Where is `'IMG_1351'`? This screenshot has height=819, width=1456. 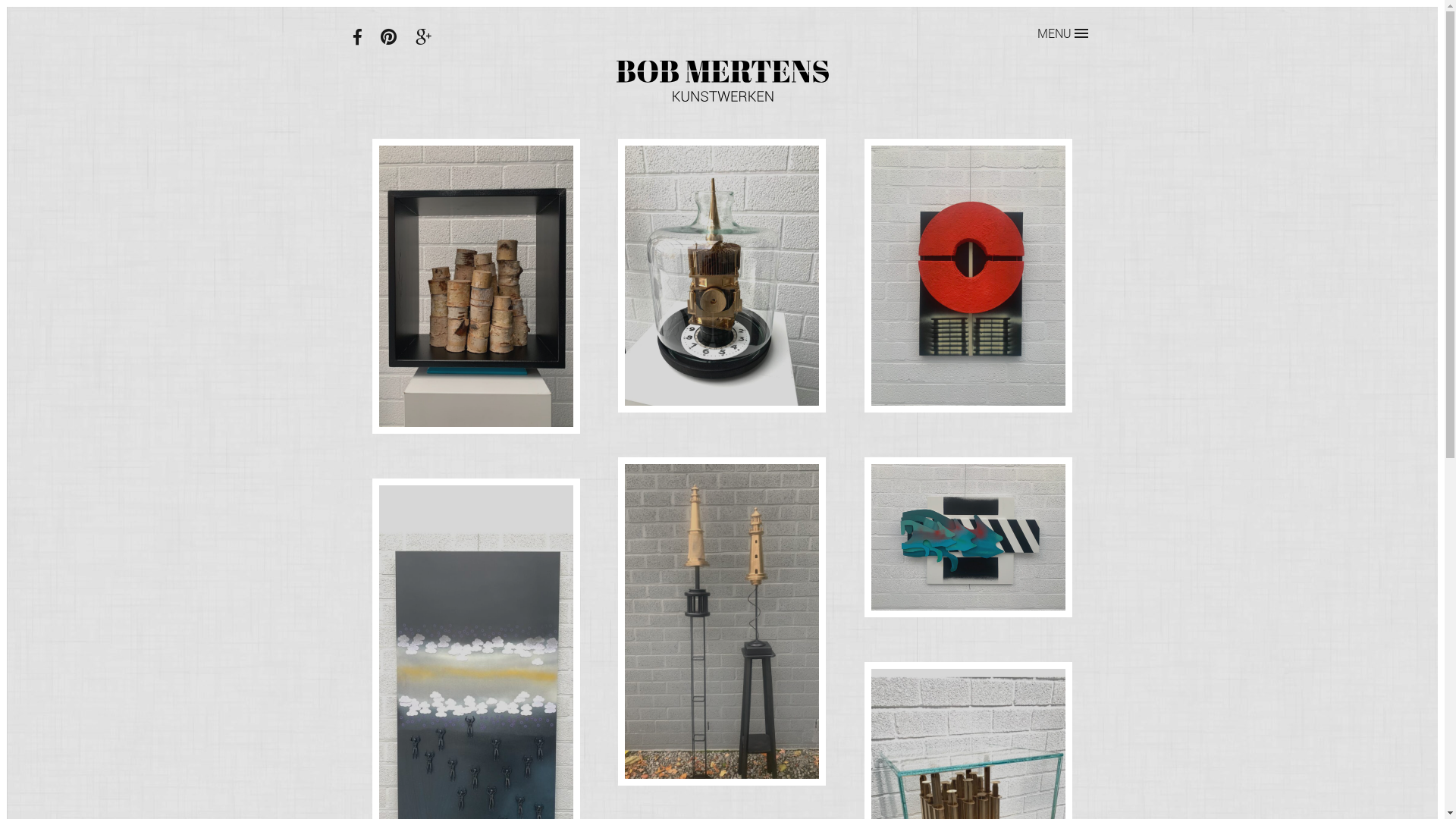 'IMG_1351' is located at coordinates (967, 536).